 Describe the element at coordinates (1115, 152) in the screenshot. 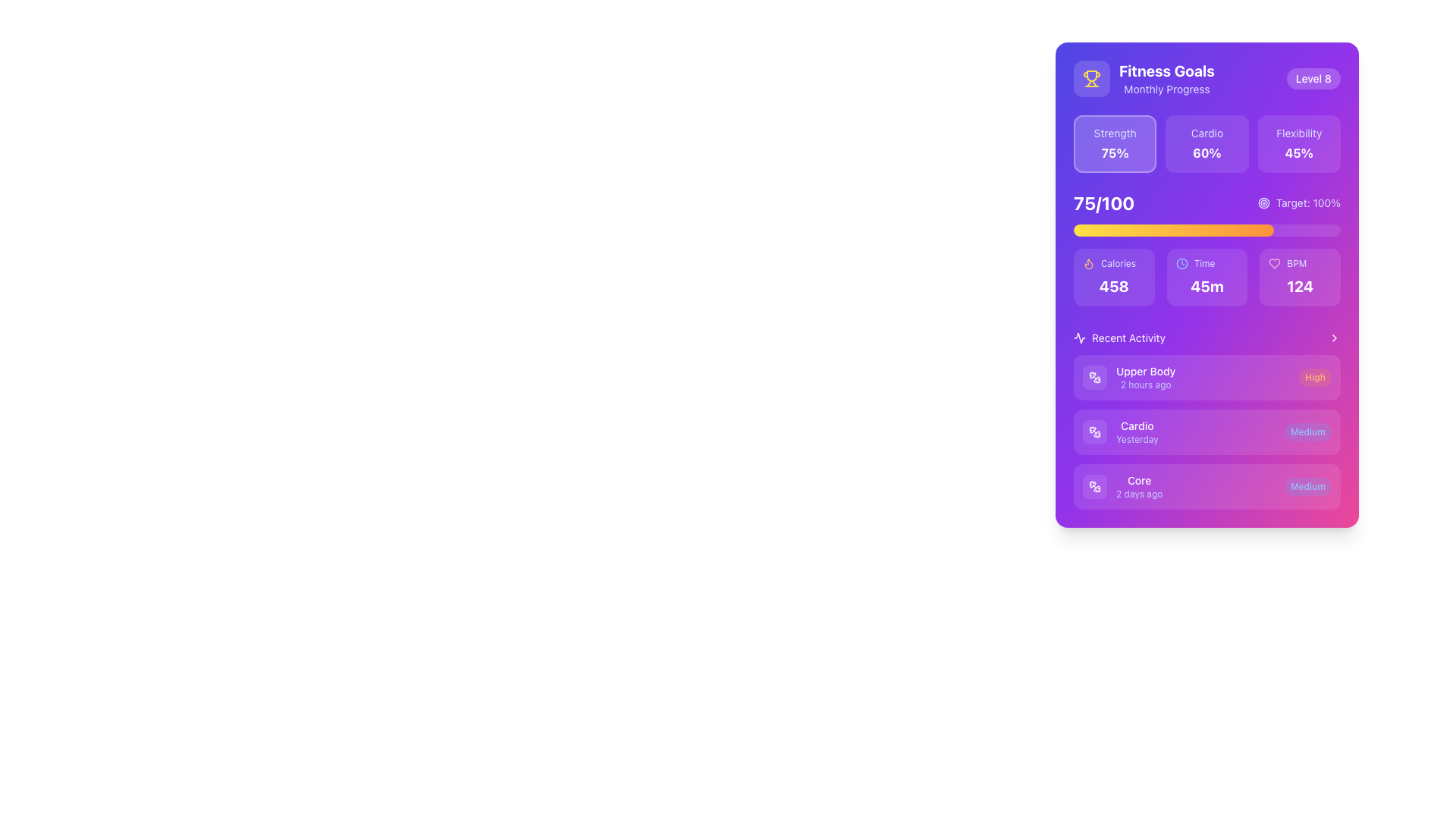

I see `the text display showing '75%' in bold white font, located beneath the 'Strength' label and centered within its rectangular box` at that location.